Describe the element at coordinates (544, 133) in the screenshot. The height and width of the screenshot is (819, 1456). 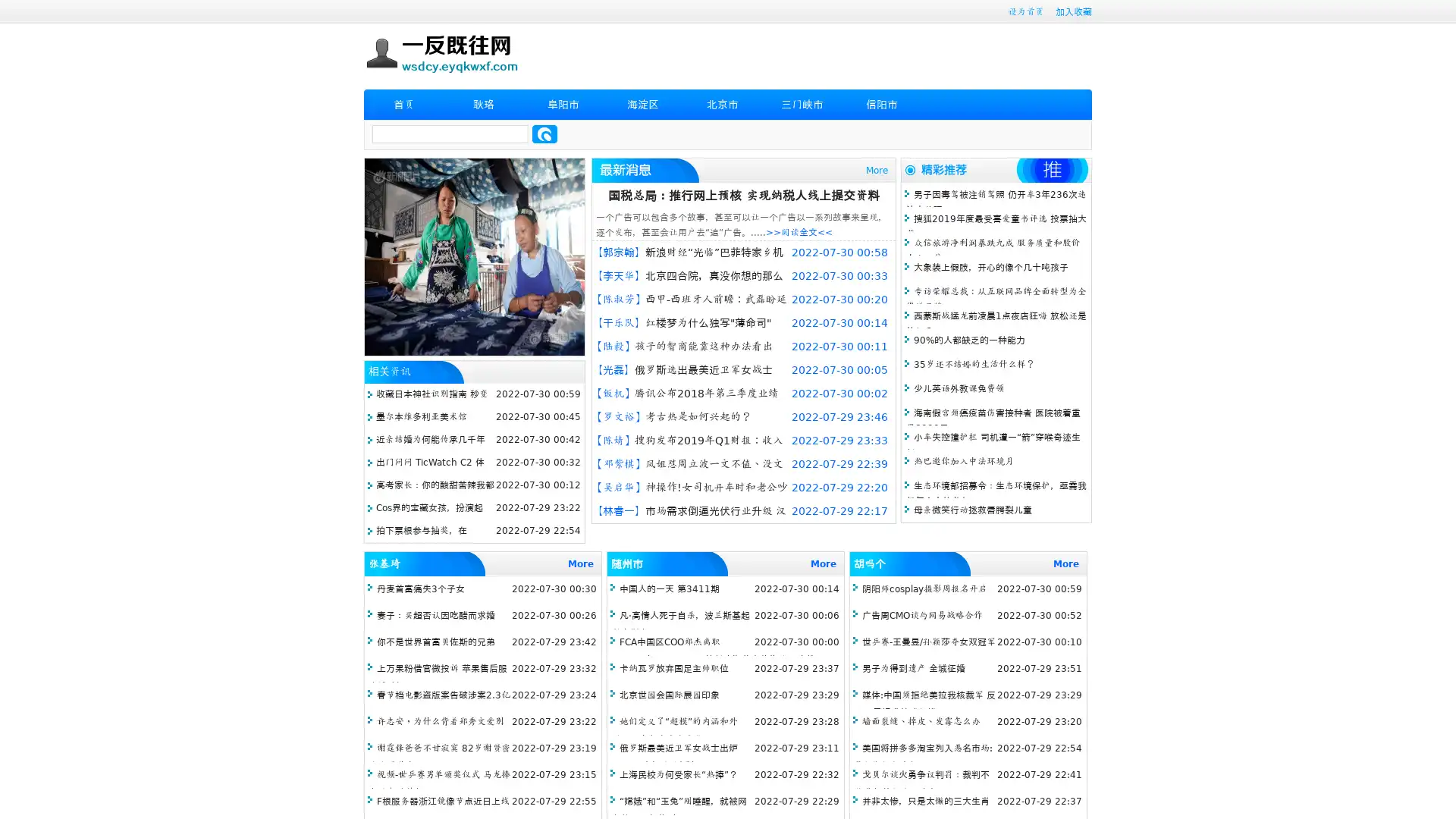
I see `Search` at that location.